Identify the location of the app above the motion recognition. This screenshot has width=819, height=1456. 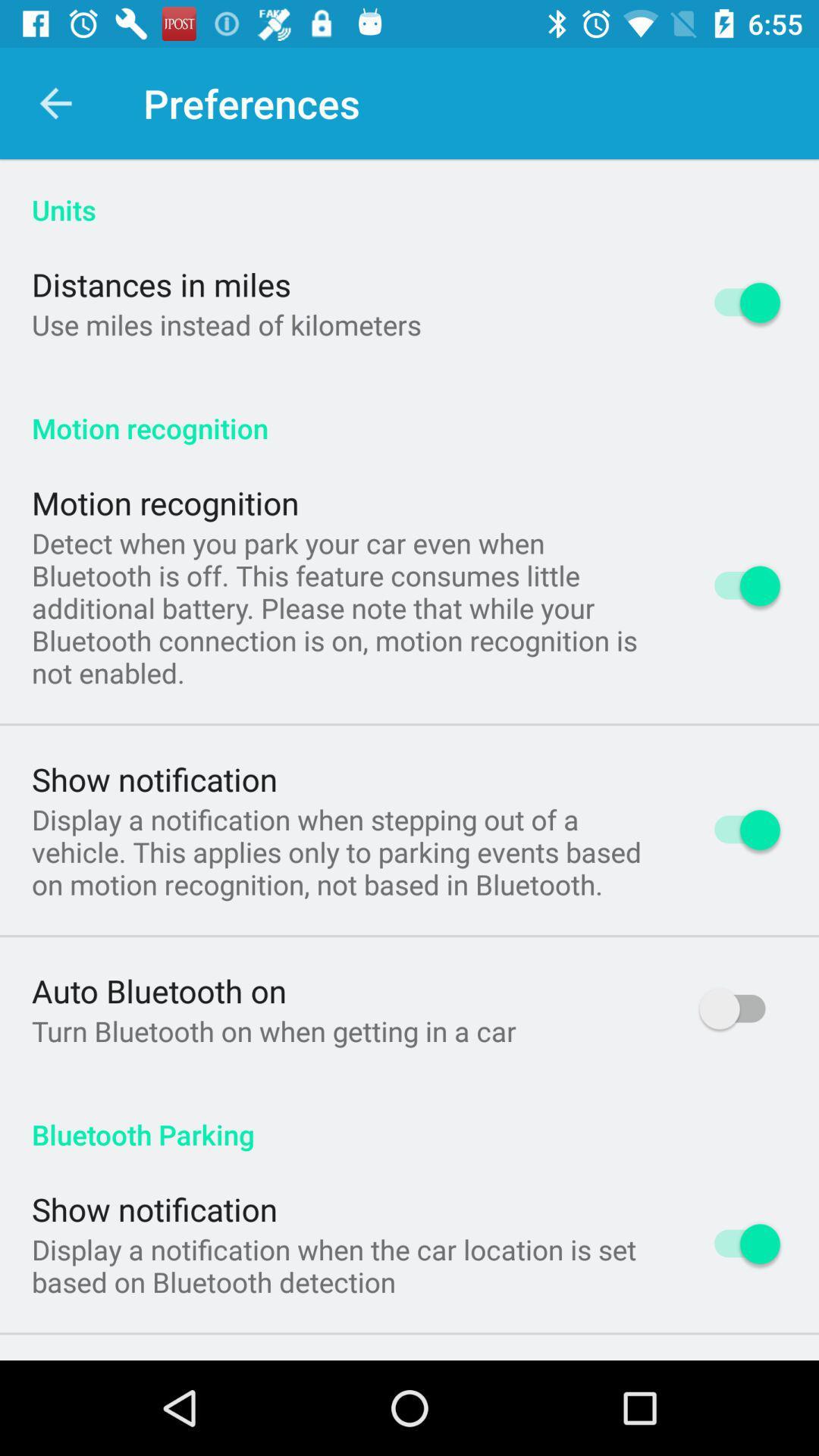
(226, 324).